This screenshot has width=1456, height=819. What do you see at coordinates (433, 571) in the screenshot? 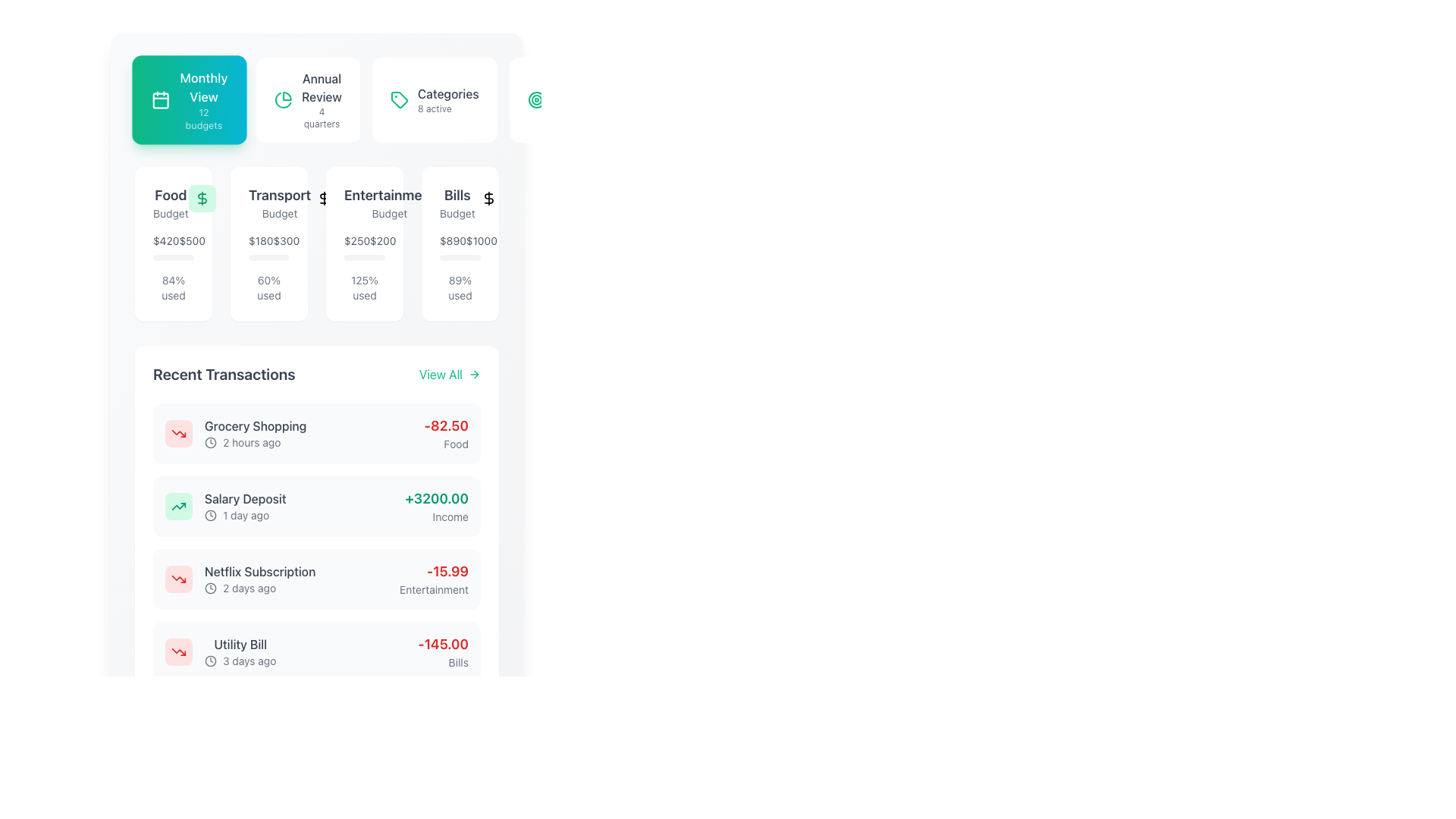
I see `the text label displaying the monetary value for the 'Netflix Subscription' transaction in the 'Recent Transactions' section` at bounding box center [433, 571].